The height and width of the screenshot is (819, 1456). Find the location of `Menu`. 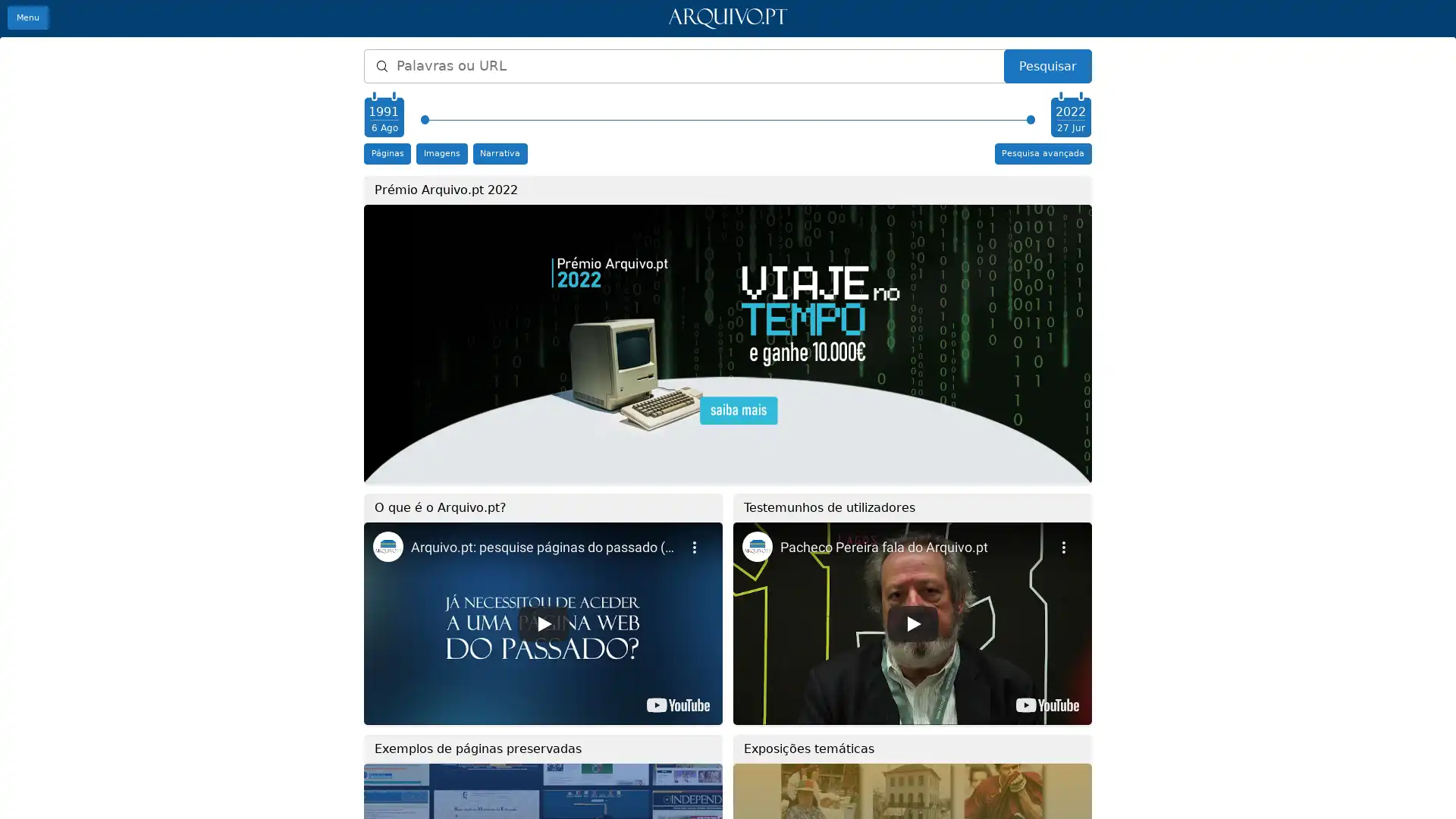

Menu is located at coordinates (28, 17).